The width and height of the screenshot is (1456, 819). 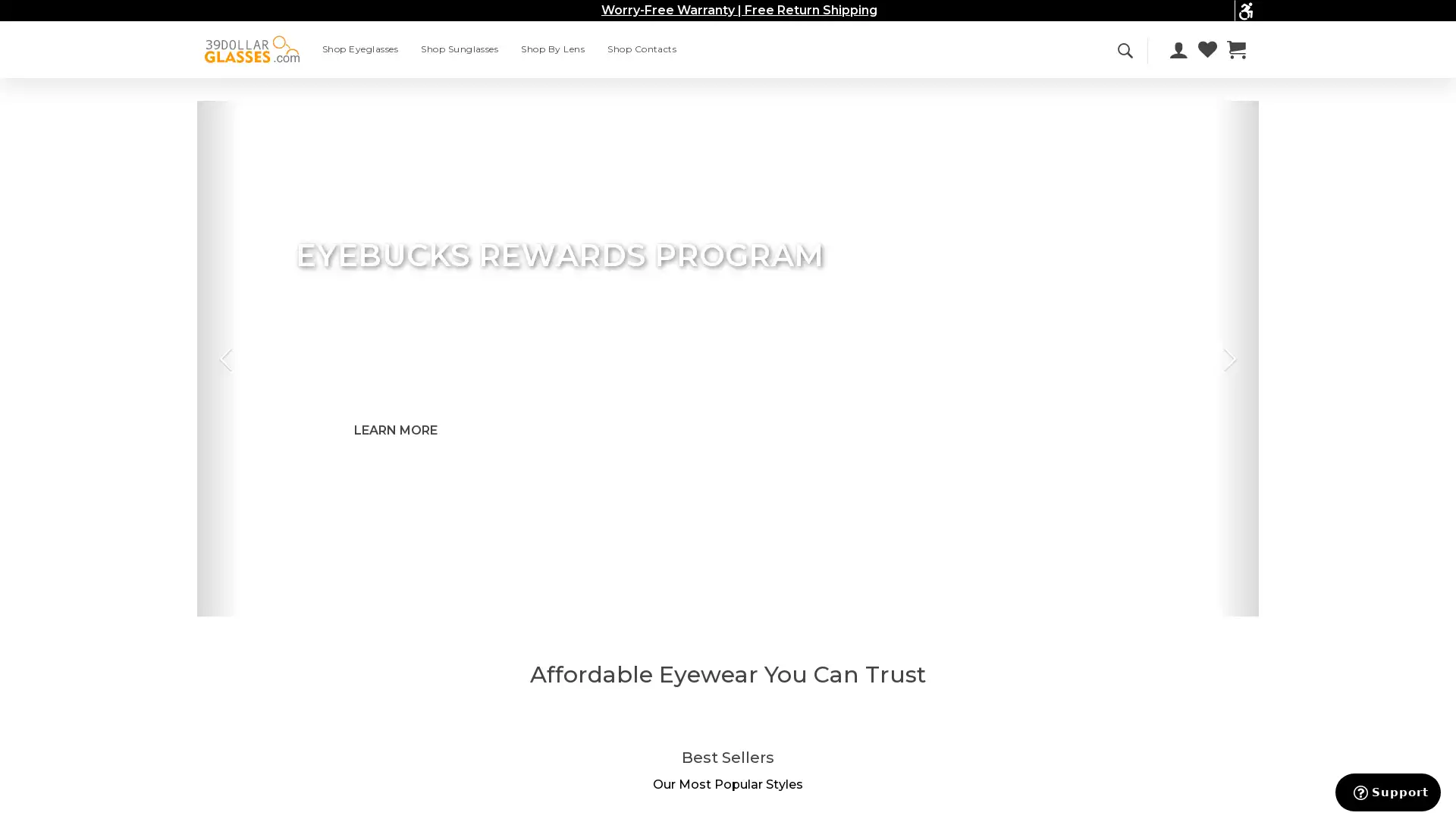 What do you see at coordinates (218, 359) in the screenshot?
I see `Previous` at bounding box center [218, 359].